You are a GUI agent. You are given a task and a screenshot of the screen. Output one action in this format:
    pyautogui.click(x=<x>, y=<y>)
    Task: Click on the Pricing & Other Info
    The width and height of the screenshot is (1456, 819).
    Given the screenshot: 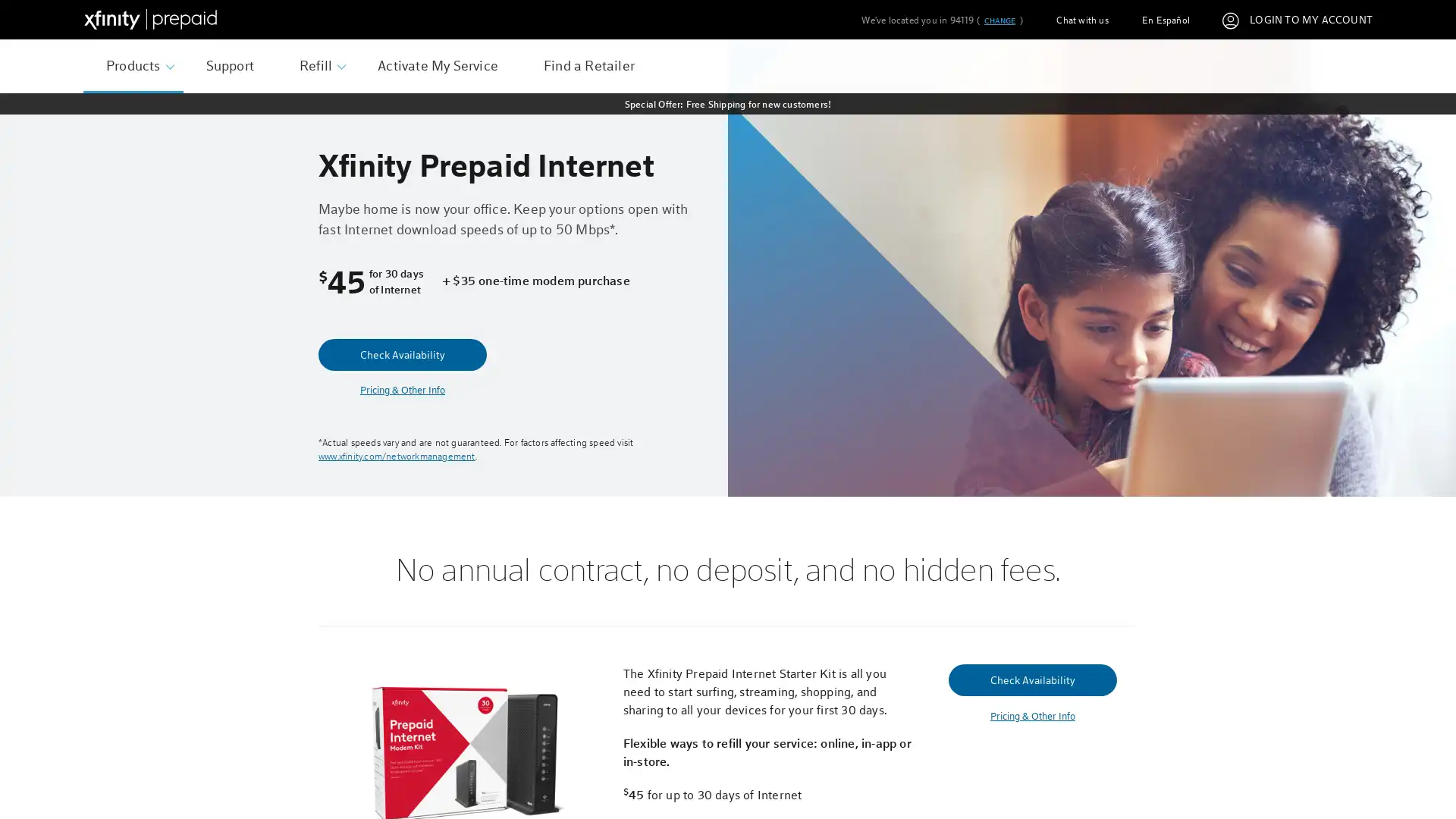 What is the action you would take?
    pyautogui.click(x=403, y=389)
    